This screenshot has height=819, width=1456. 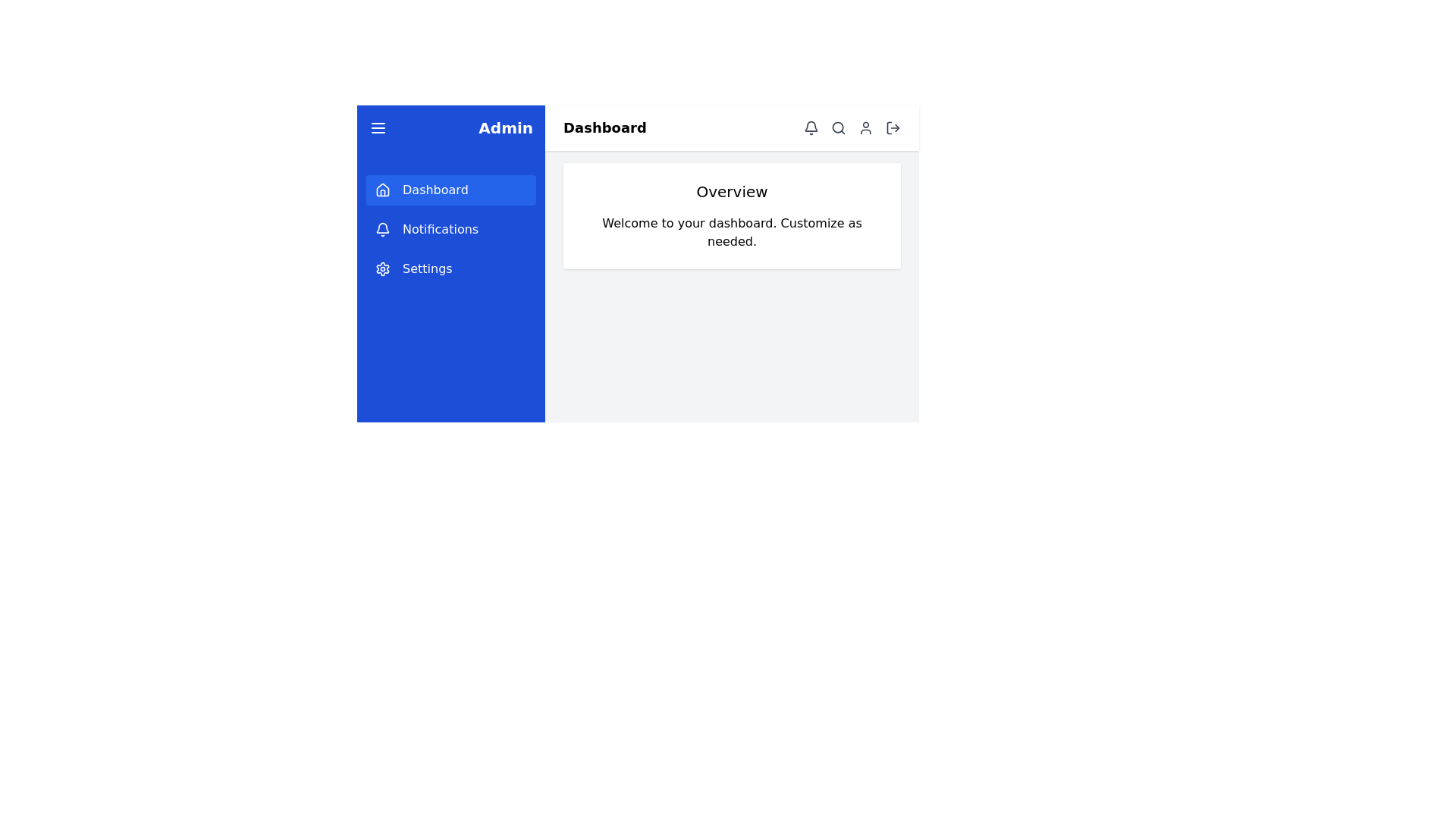 I want to click on the gear-shaped settings icon located in the sidebar menu, specifically below the 'Notifications' section and aligned with the 'Settings' label, so click(x=382, y=268).